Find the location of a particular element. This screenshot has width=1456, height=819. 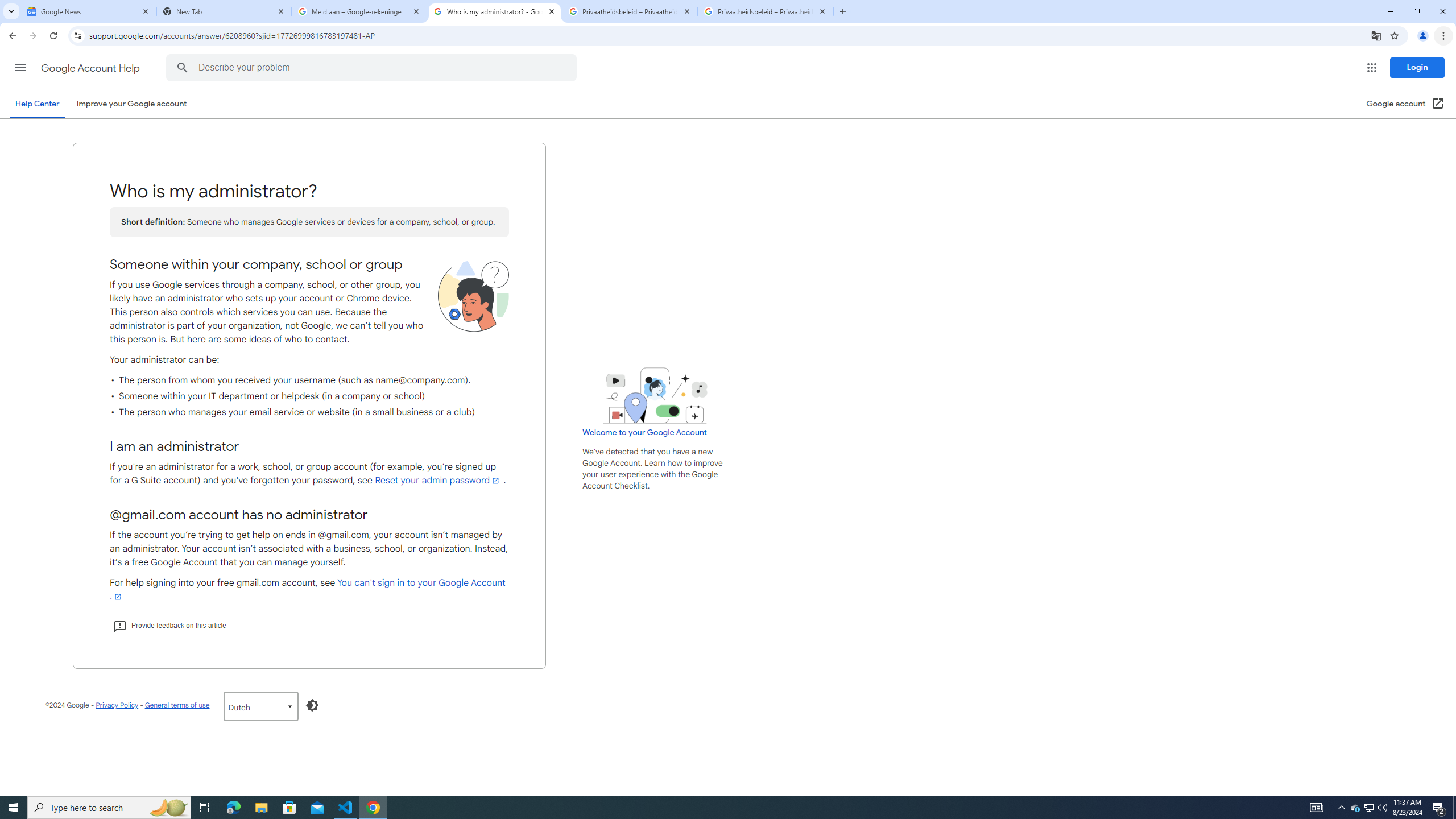

'Welcome to your Google Account' is located at coordinates (644, 432).